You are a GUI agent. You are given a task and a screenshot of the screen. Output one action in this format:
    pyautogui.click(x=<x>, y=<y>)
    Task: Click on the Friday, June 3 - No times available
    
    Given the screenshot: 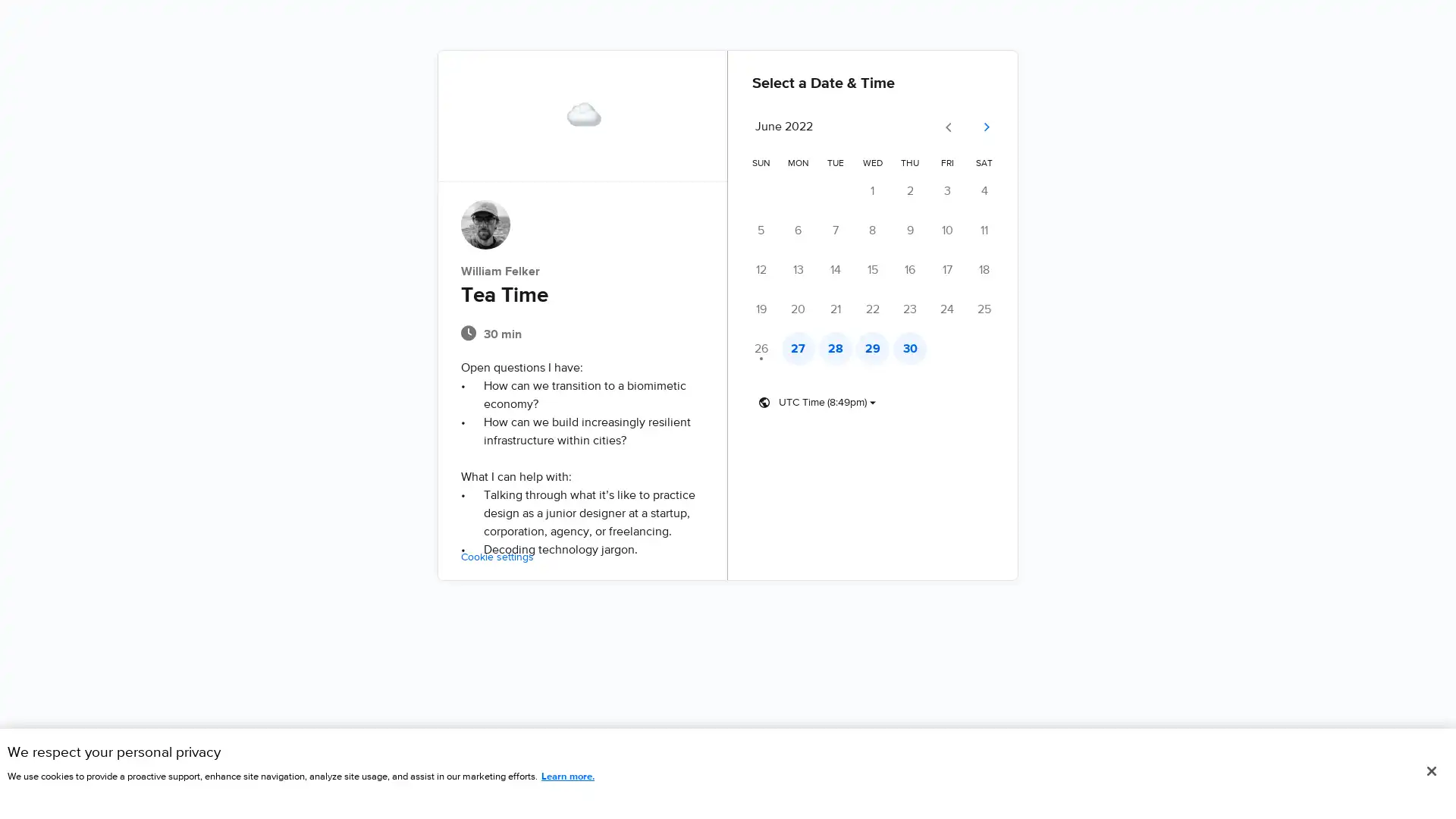 What is the action you would take?
    pyautogui.click(x=956, y=190)
    